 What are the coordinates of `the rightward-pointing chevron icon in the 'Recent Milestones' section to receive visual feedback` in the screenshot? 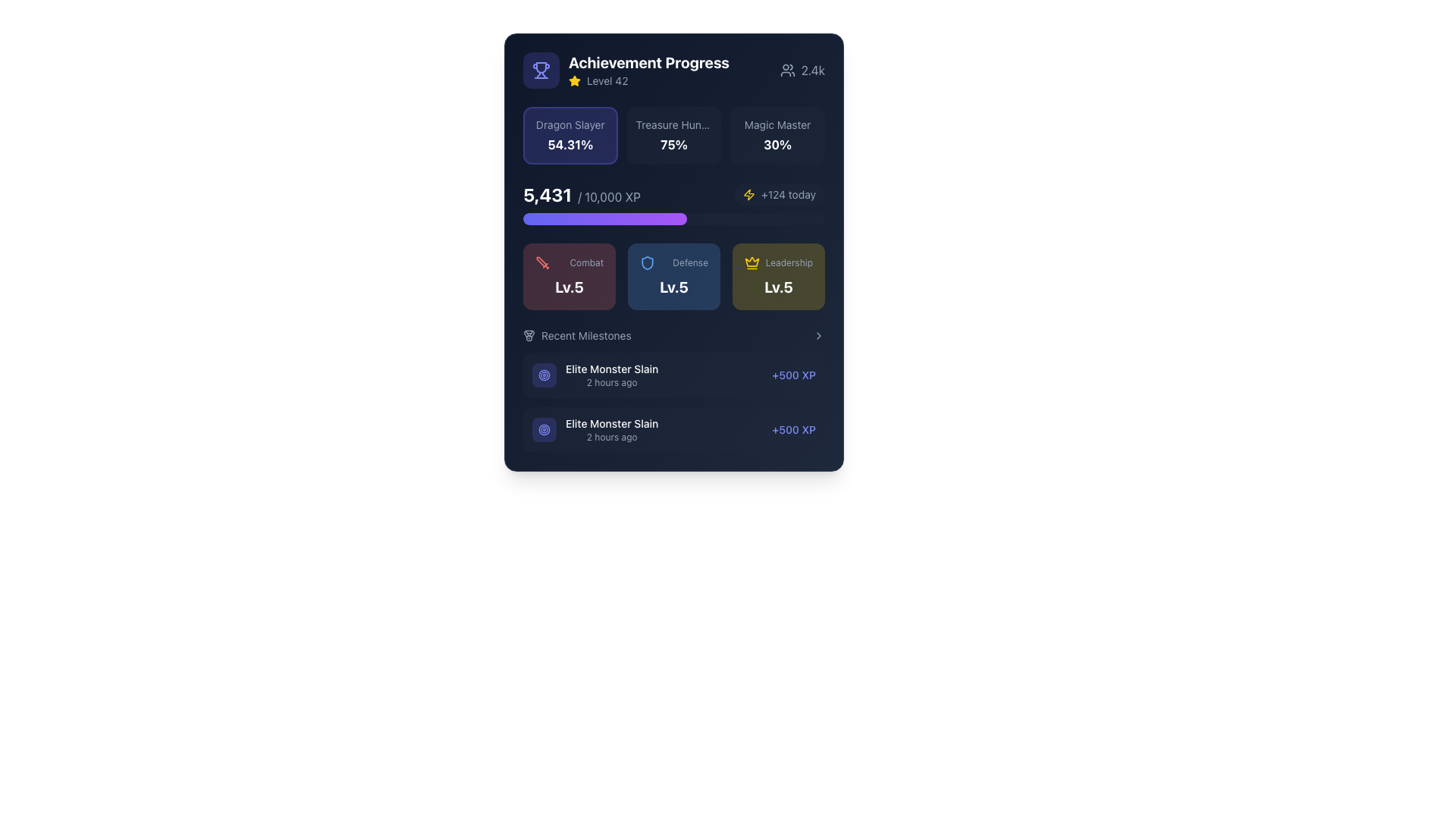 It's located at (818, 335).